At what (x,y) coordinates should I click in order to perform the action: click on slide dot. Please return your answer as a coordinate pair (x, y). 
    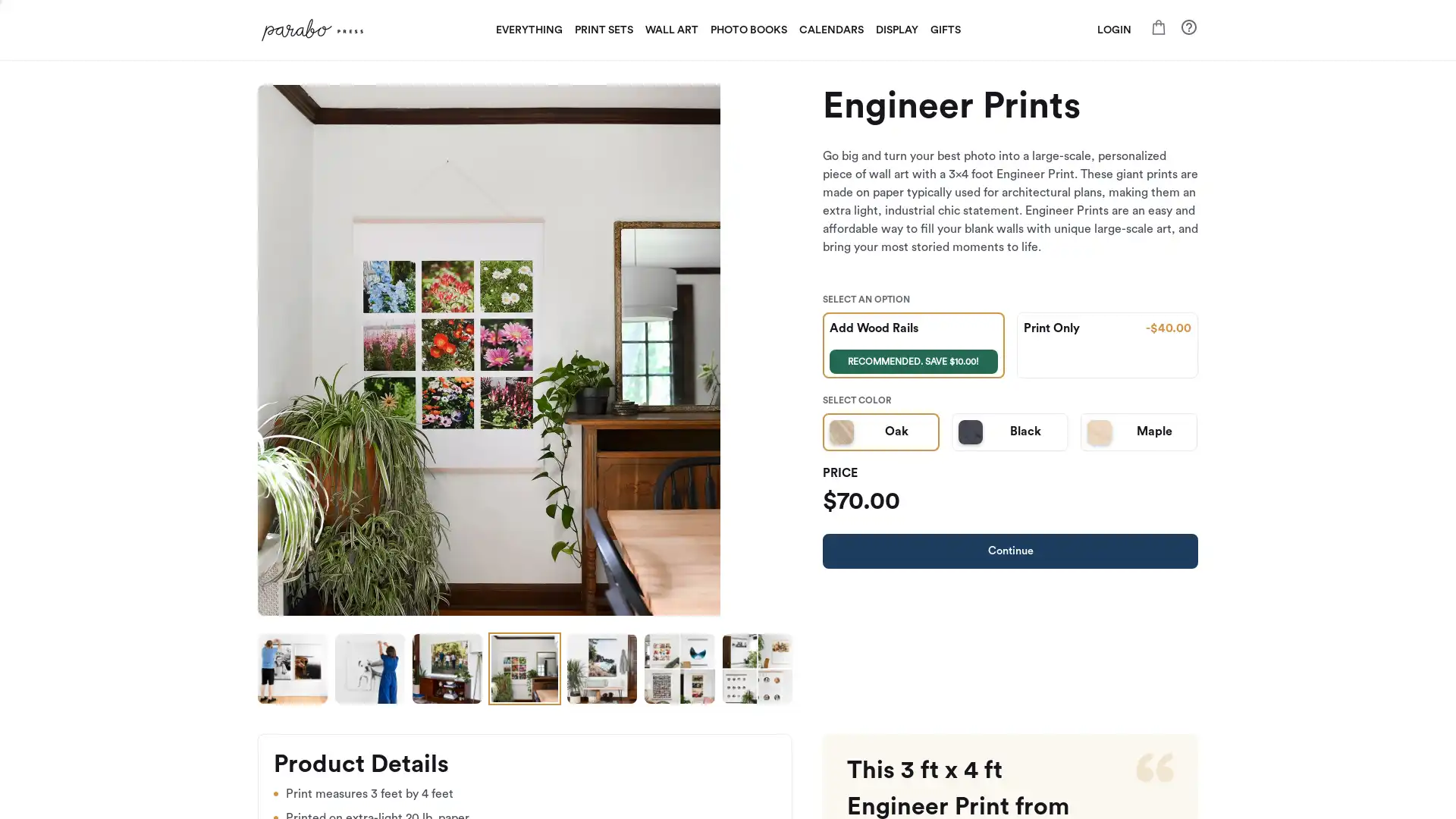
    Looking at the image, I should click on (292, 668).